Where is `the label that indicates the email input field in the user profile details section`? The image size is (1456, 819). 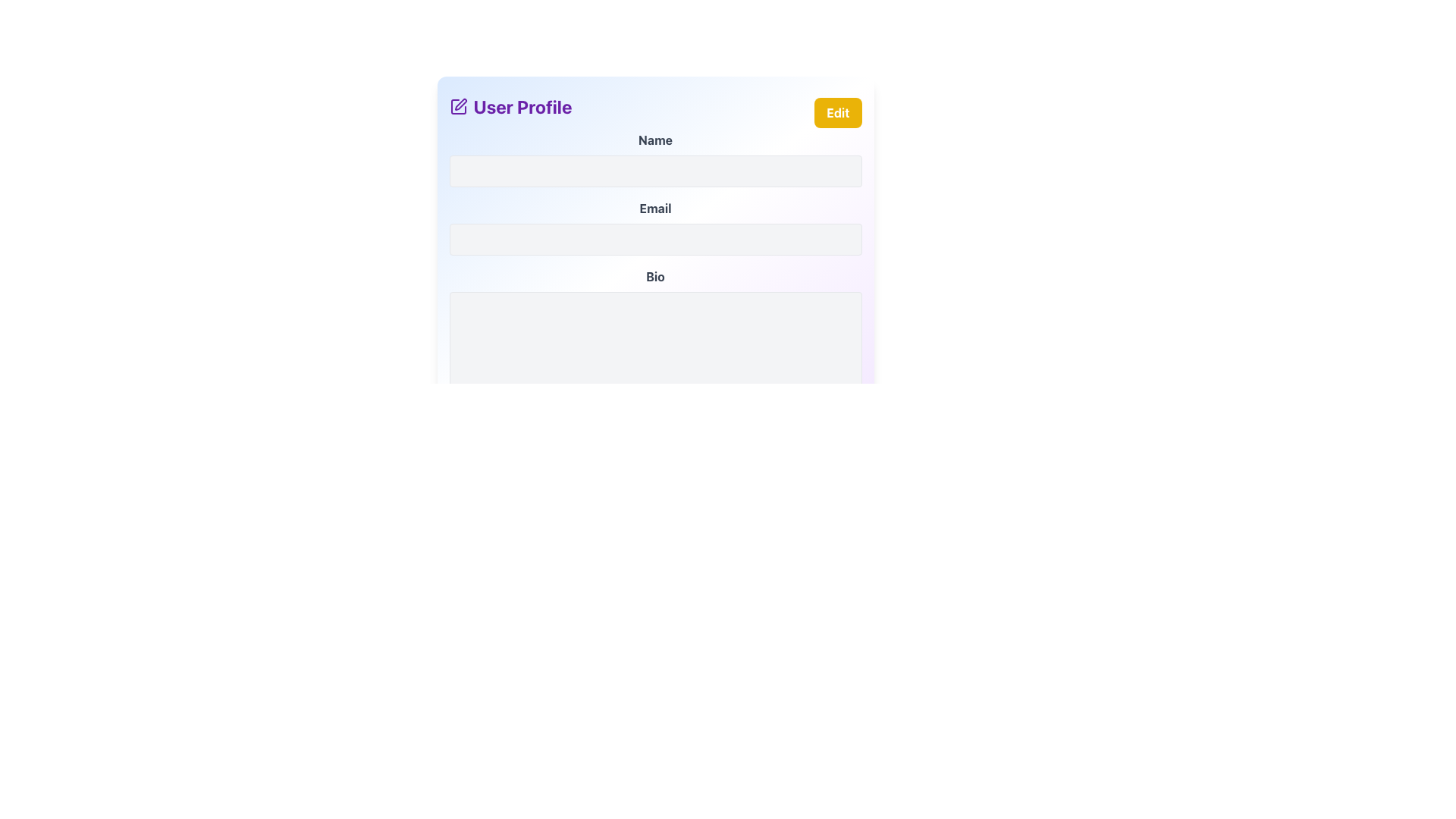
the label that indicates the email input field in the user profile details section is located at coordinates (655, 208).